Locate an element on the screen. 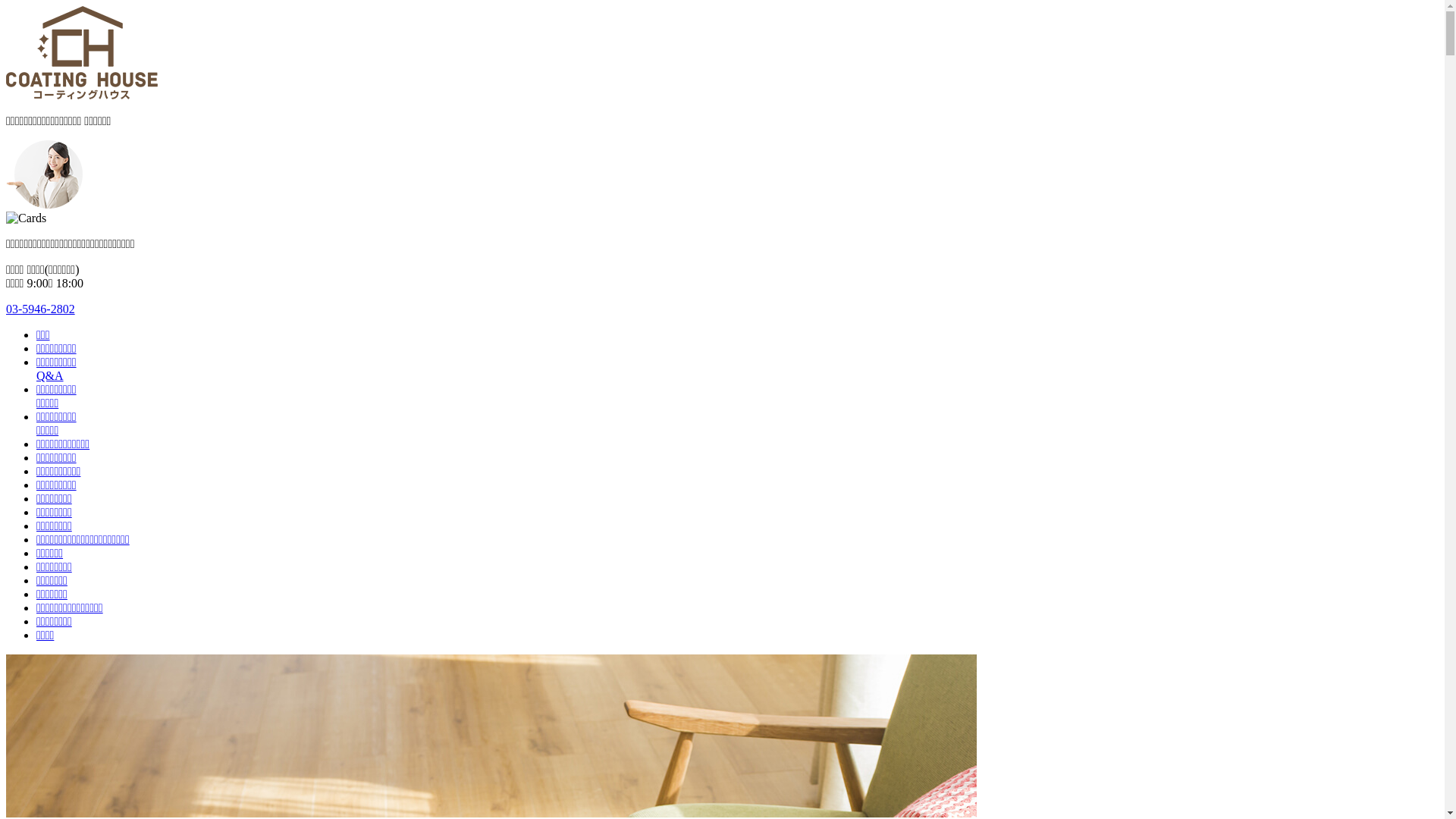 The image size is (1456, 819). '03-5946-2802' is located at coordinates (6, 308).